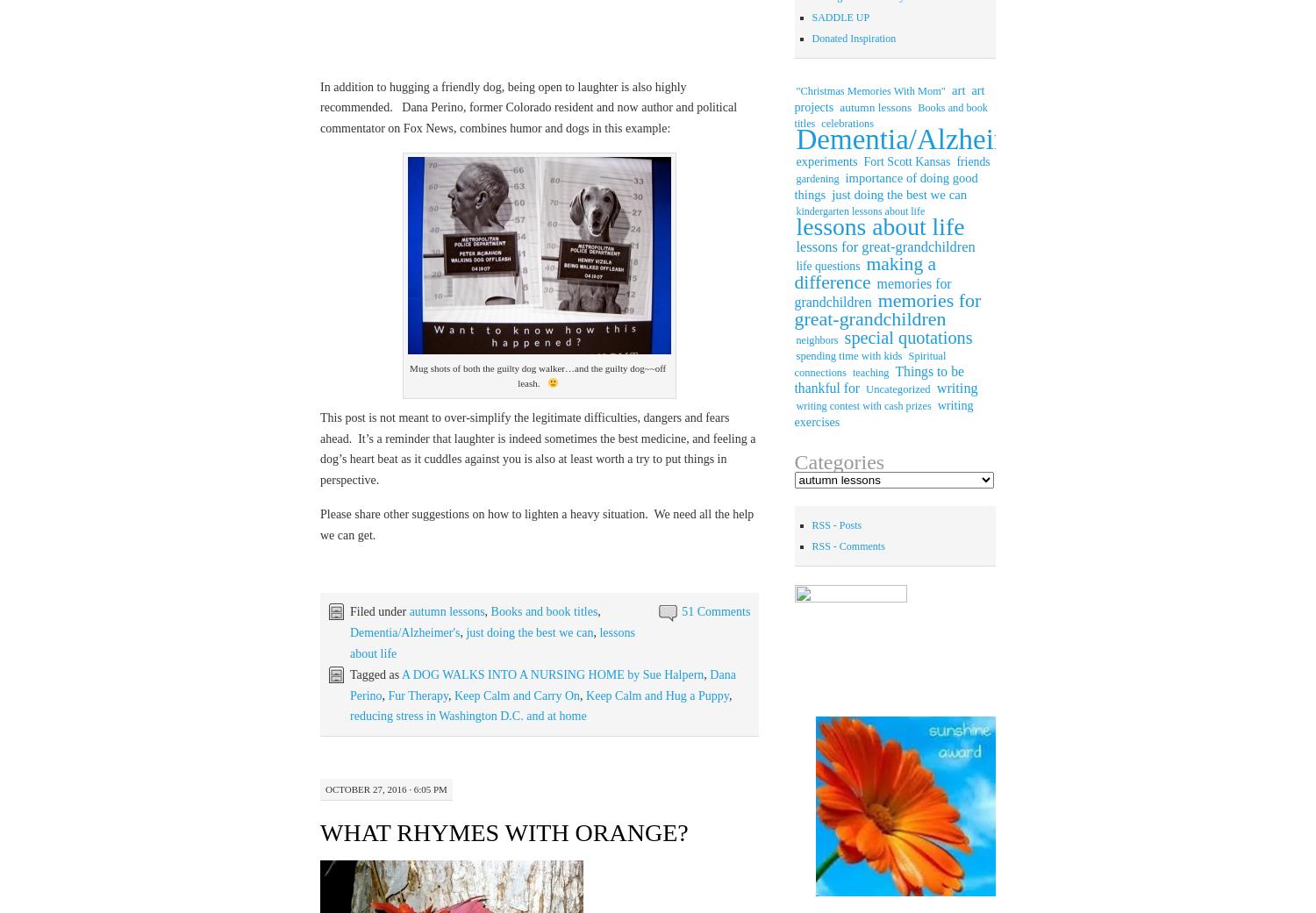 The height and width of the screenshot is (913, 1316). What do you see at coordinates (871, 292) in the screenshot?
I see `'memories for grandchildren'` at bounding box center [871, 292].